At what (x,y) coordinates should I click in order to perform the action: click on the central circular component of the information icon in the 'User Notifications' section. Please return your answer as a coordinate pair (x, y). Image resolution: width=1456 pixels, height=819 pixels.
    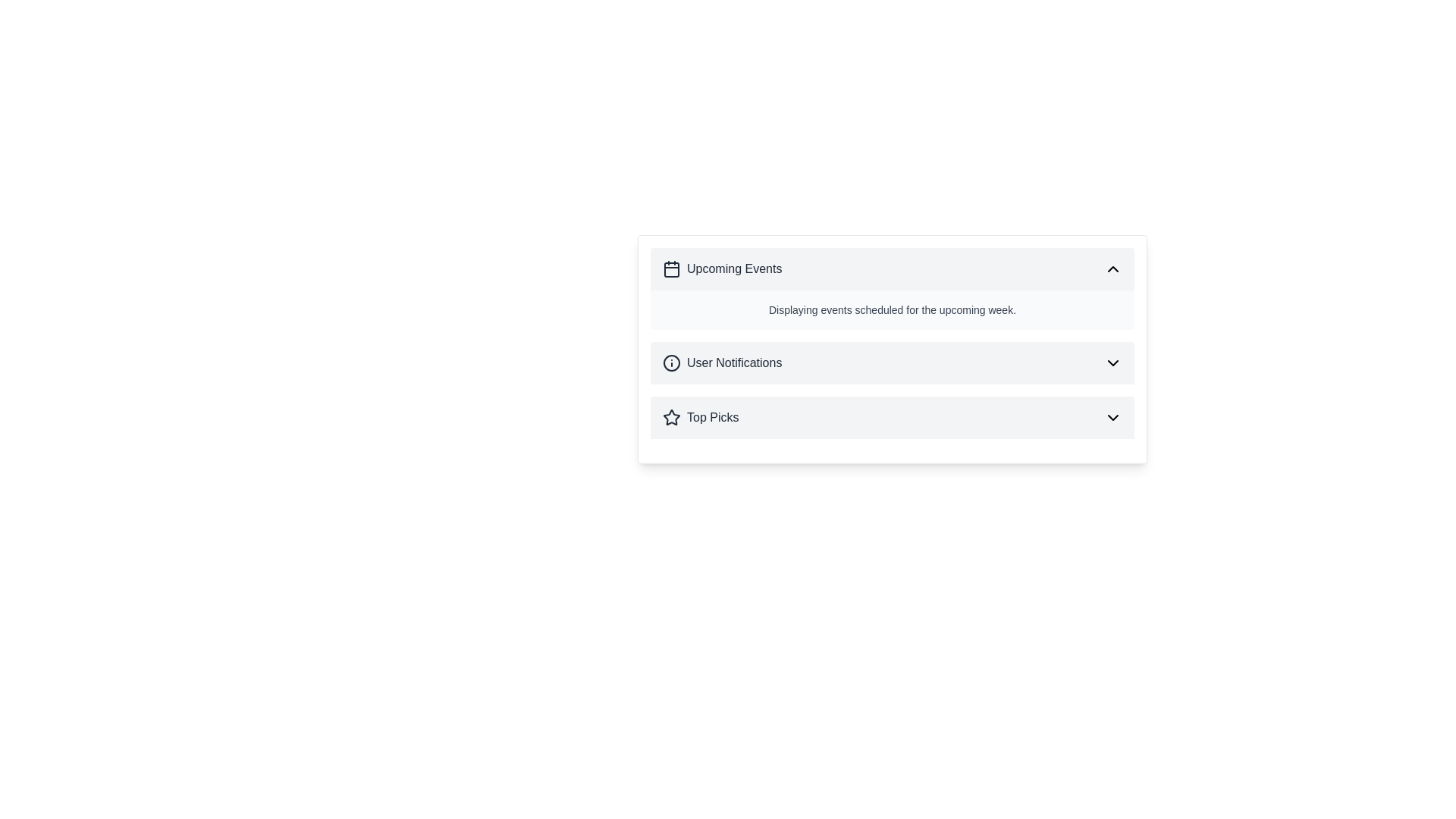
    Looking at the image, I should click on (671, 362).